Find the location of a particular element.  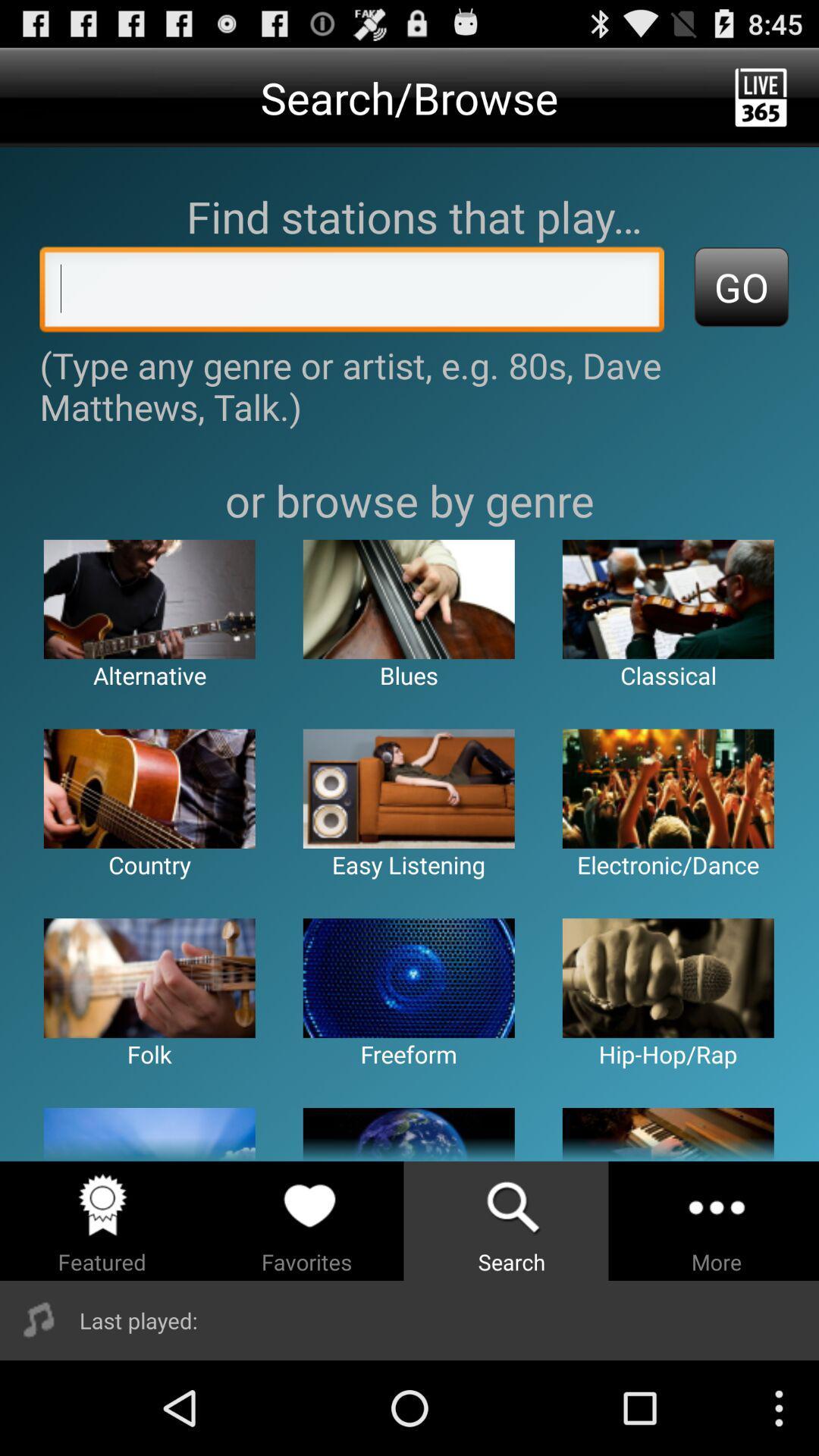

genre is located at coordinates (352, 293).